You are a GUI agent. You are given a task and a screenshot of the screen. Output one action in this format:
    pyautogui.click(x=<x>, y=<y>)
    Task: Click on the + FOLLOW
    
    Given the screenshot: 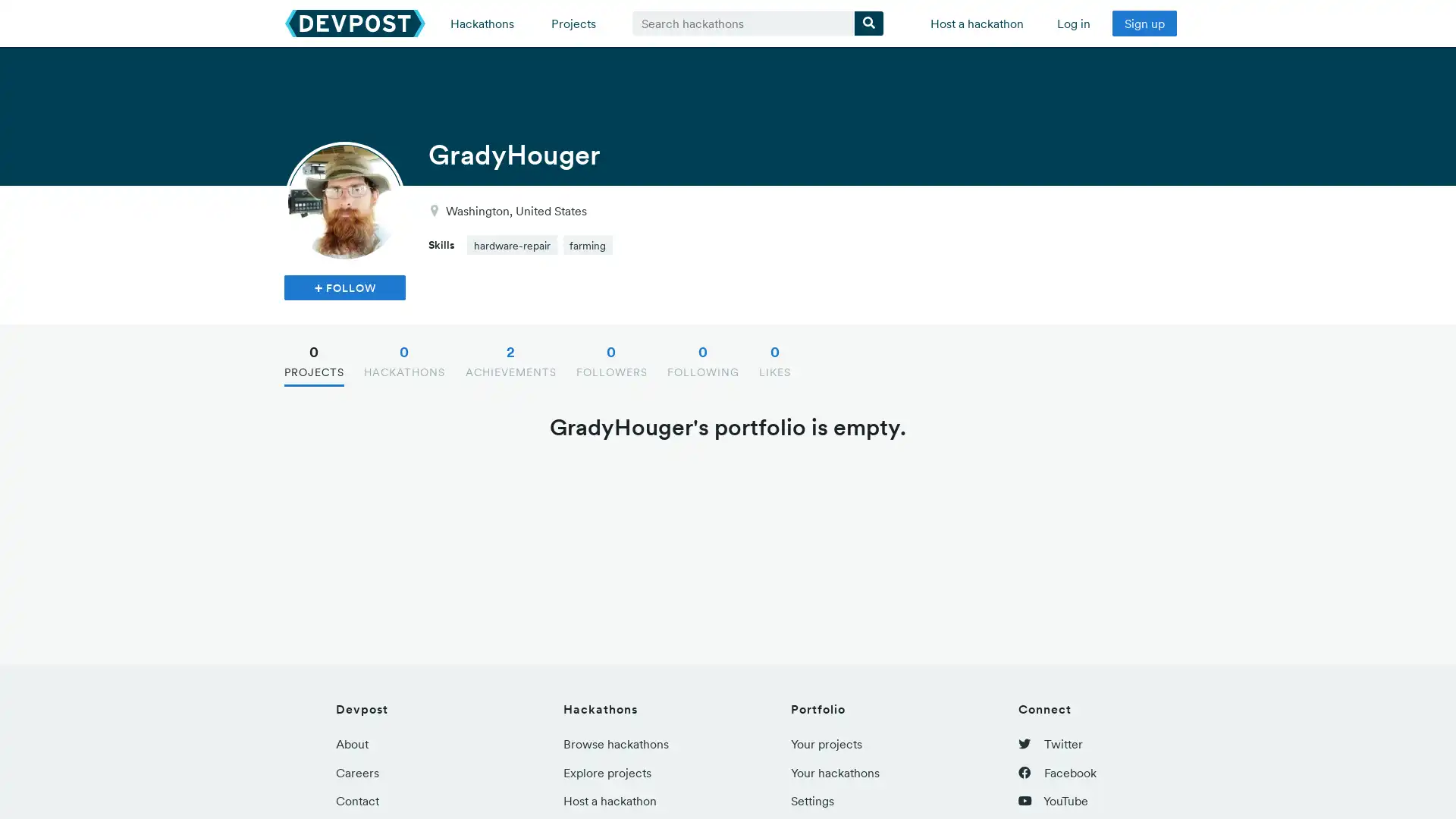 What is the action you would take?
    pyautogui.click(x=344, y=287)
    